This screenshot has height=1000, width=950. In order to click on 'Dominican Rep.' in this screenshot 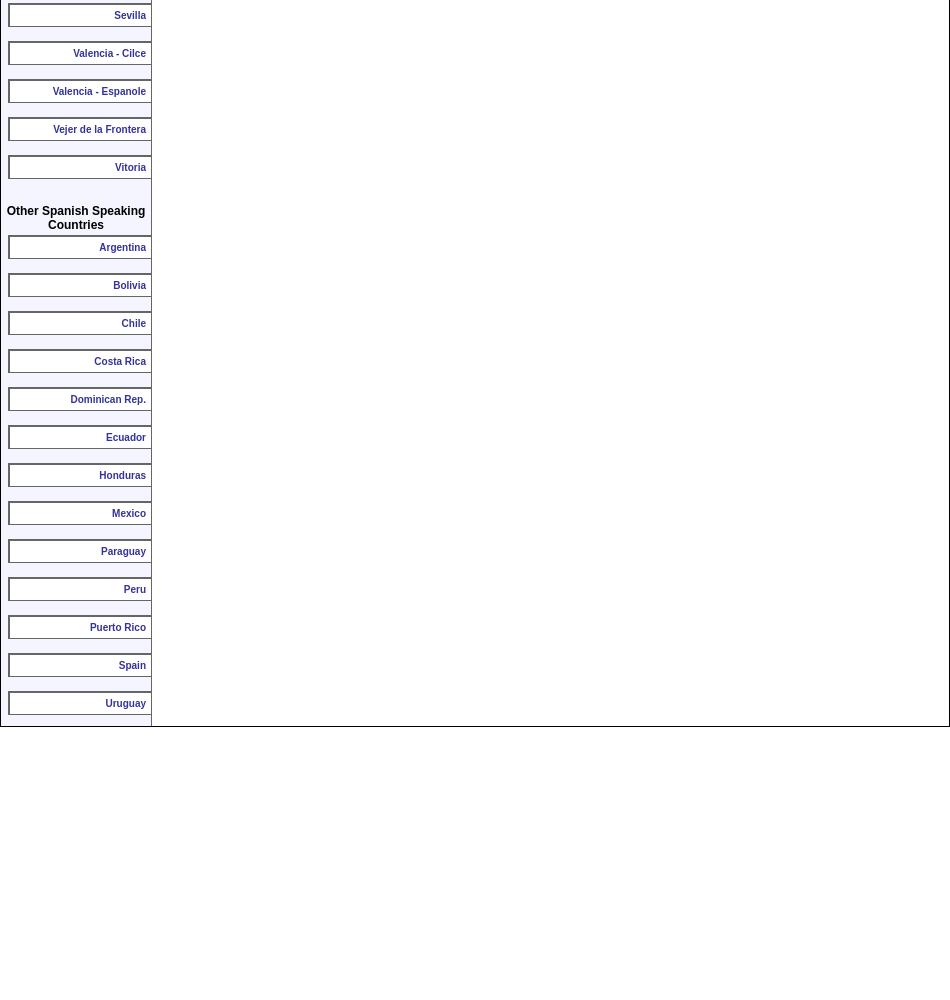, I will do `click(108, 399)`.